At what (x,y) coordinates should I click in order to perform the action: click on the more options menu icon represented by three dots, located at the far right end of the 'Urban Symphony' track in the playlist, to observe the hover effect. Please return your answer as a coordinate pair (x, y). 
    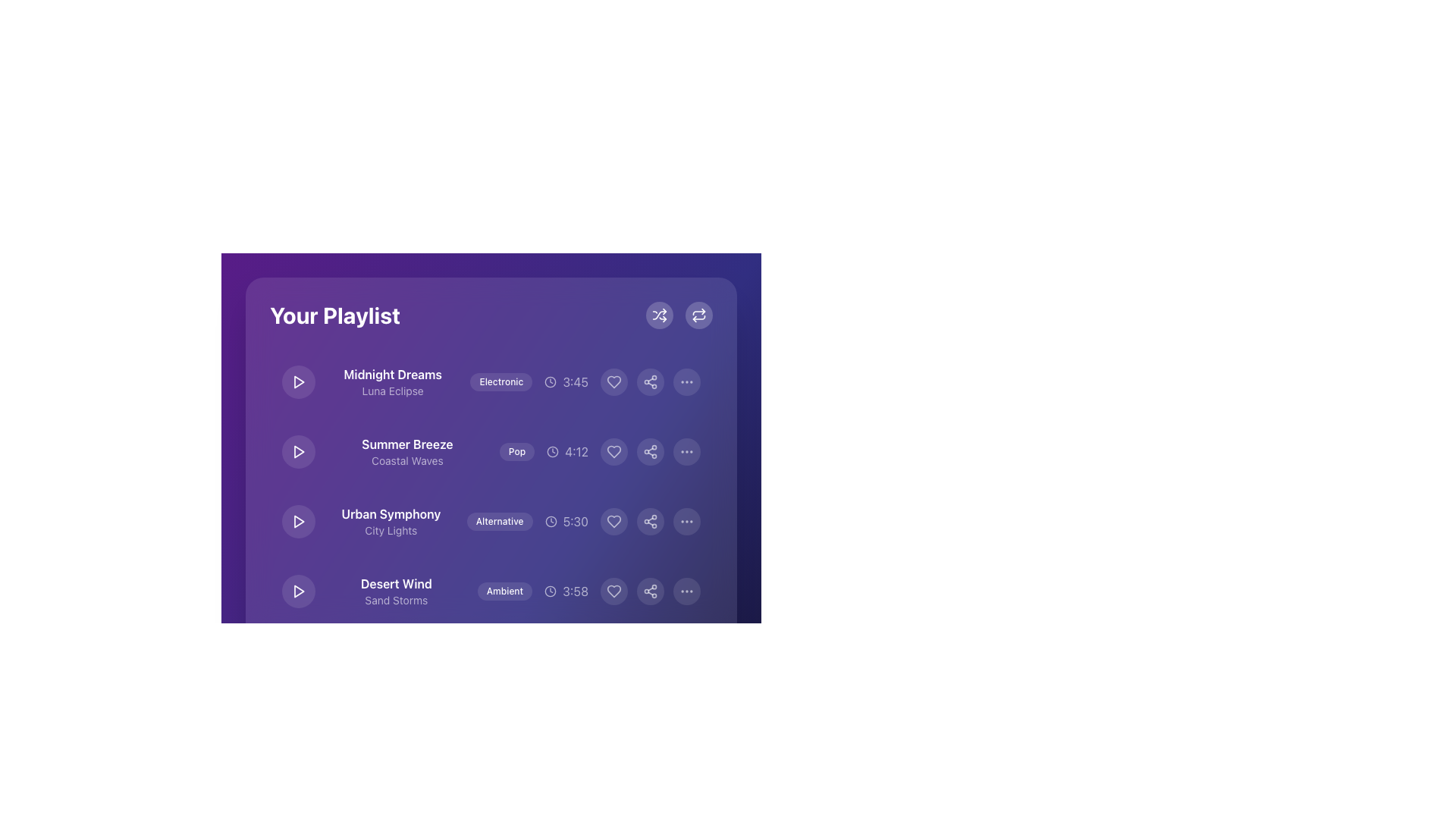
    Looking at the image, I should click on (686, 520).